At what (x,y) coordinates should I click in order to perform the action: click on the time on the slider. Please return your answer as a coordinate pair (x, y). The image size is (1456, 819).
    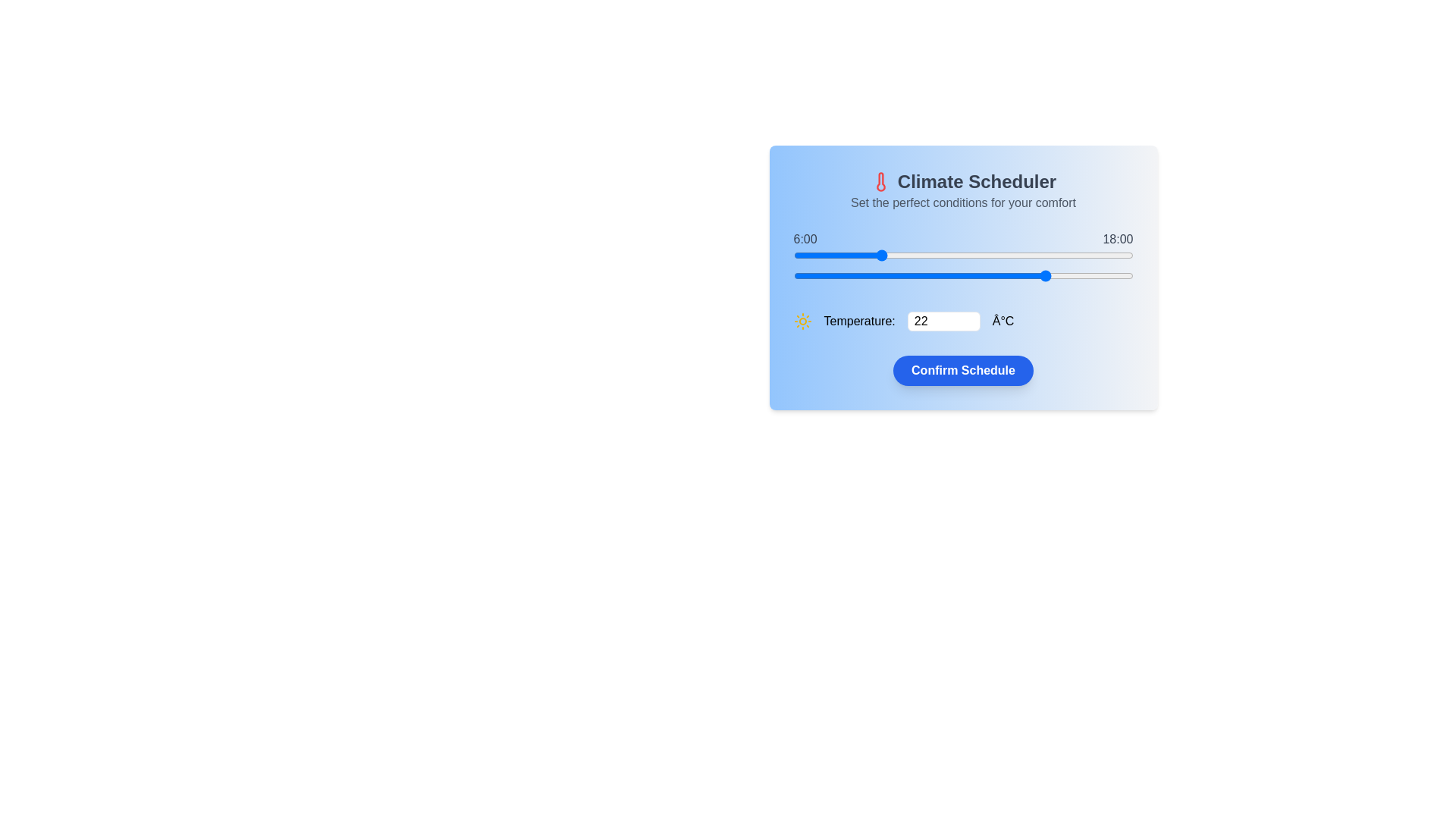
    Looking at the image, I should click on (1062, 254).